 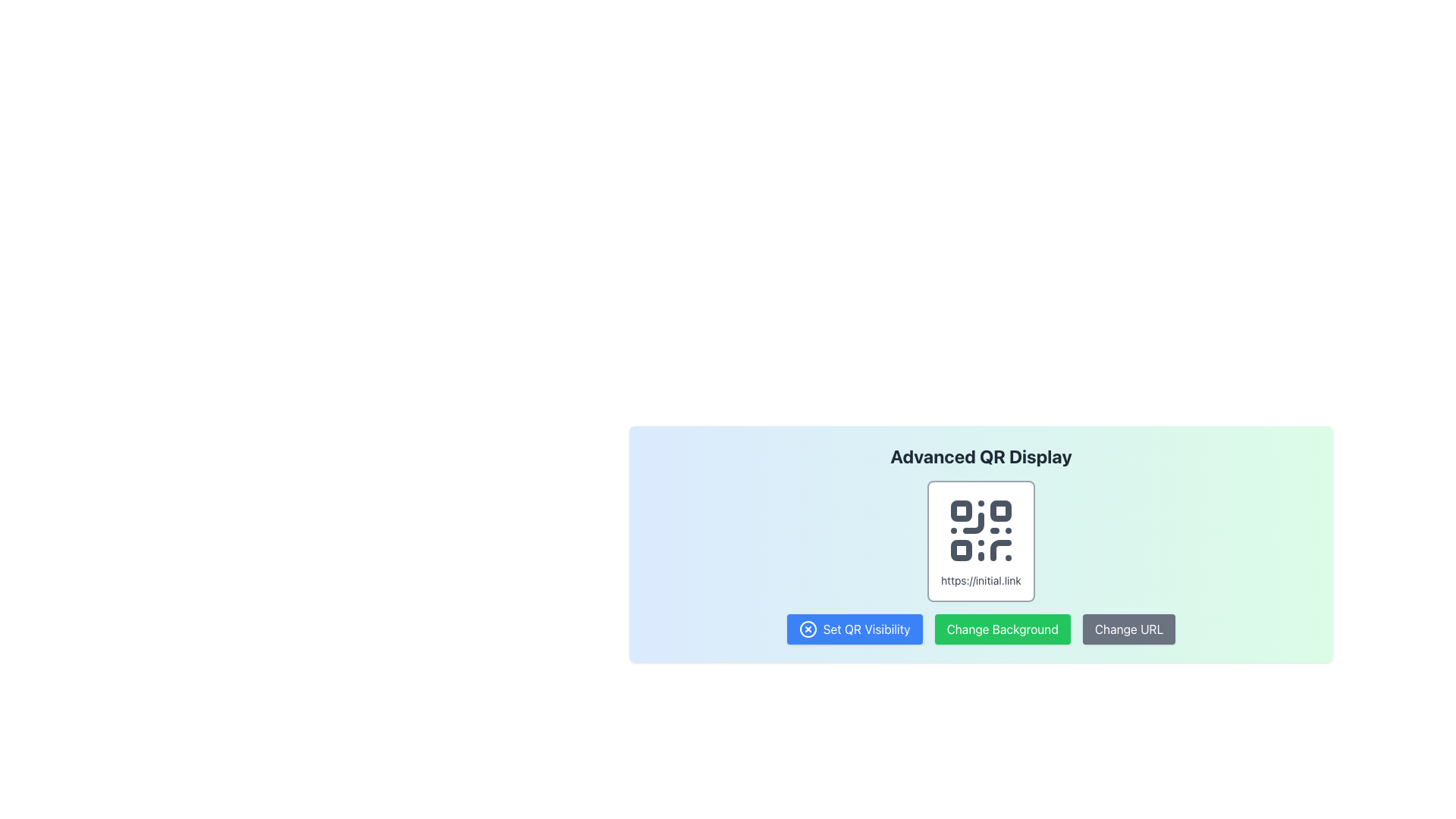 I want to click on the first decorative SVG rectangle in the top row of the QR code, which has rounded corners and is slightly left of the center, so click(x=960, y=511).